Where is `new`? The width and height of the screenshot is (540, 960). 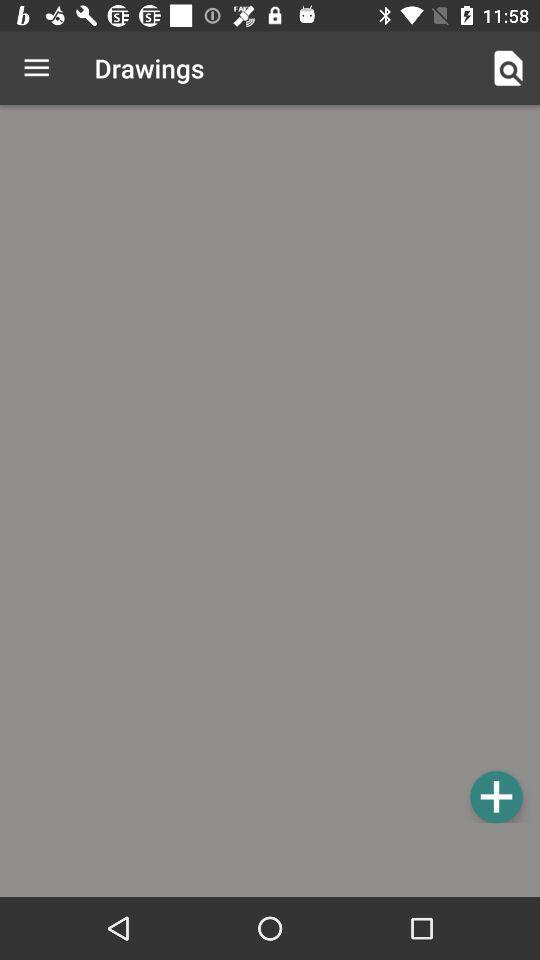
new is located at coordinates (495, 796).